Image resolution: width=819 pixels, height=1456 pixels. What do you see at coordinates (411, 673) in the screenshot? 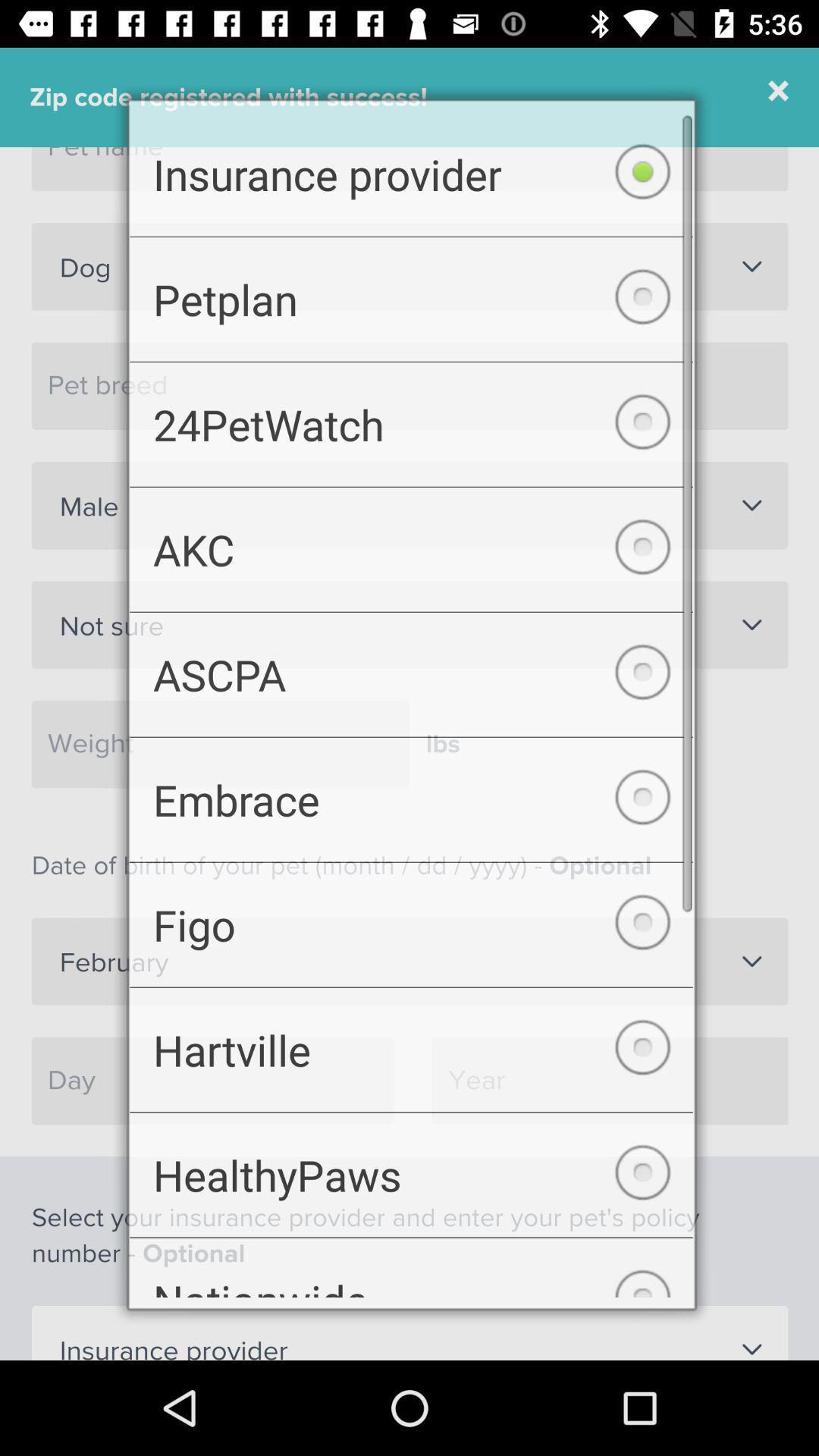
I see `ascpa icon` at bounding box center [411, 673].